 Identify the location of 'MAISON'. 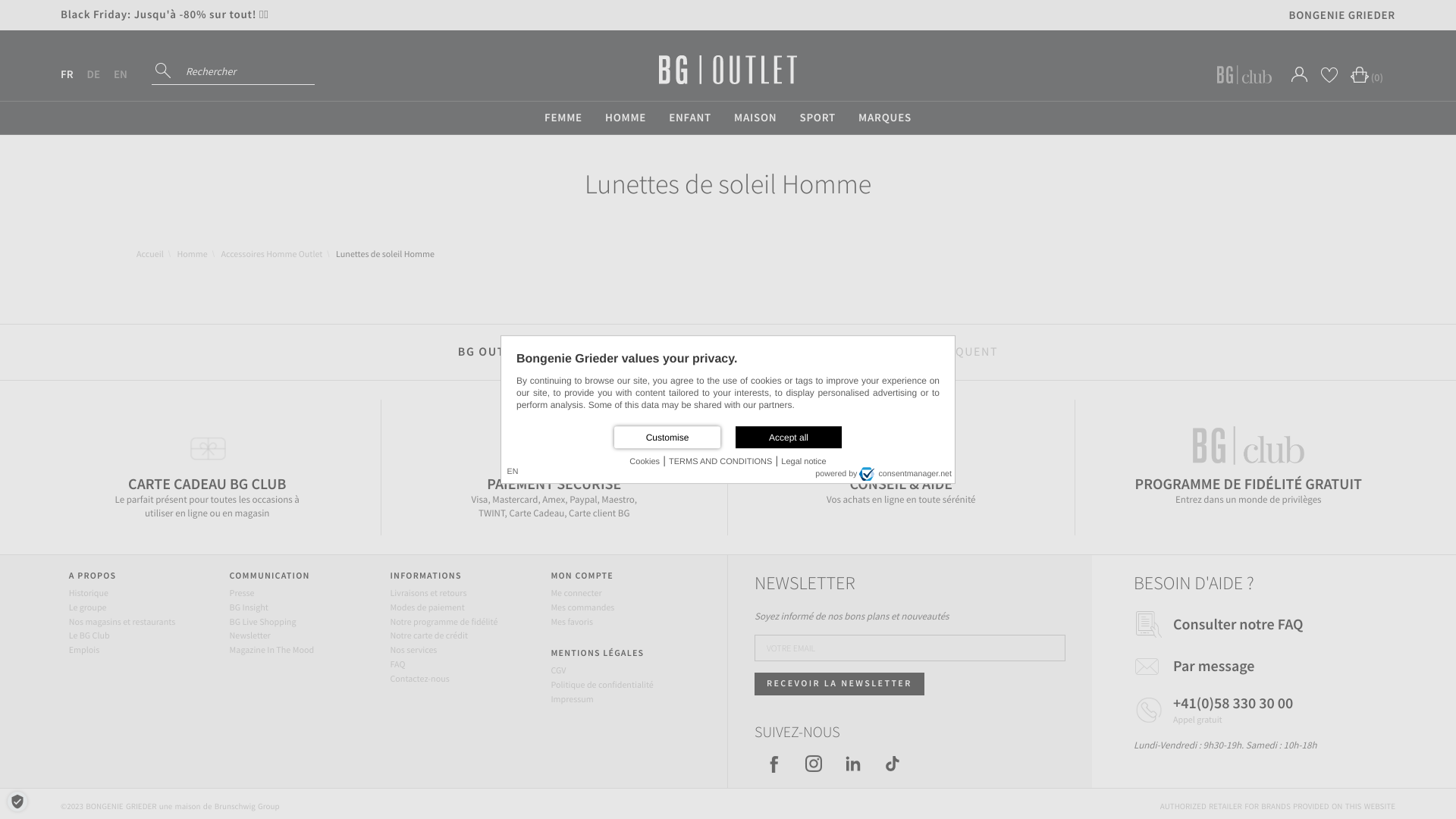
(755, 117).